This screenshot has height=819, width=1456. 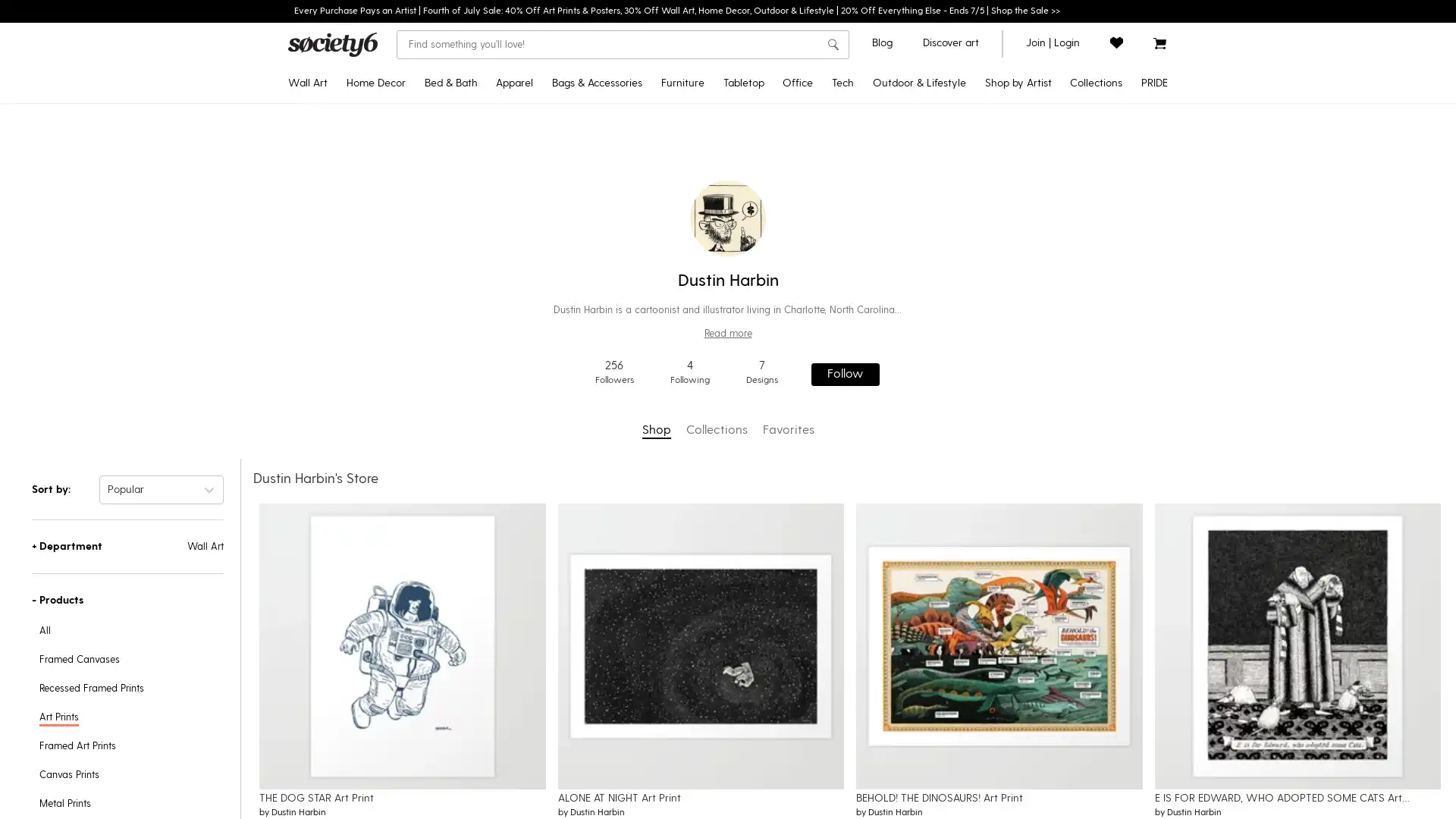 What do you see at coordinates (404, 243) in the screenshot?
I see `Blackout Curtains` at bounding box center [404, 243].